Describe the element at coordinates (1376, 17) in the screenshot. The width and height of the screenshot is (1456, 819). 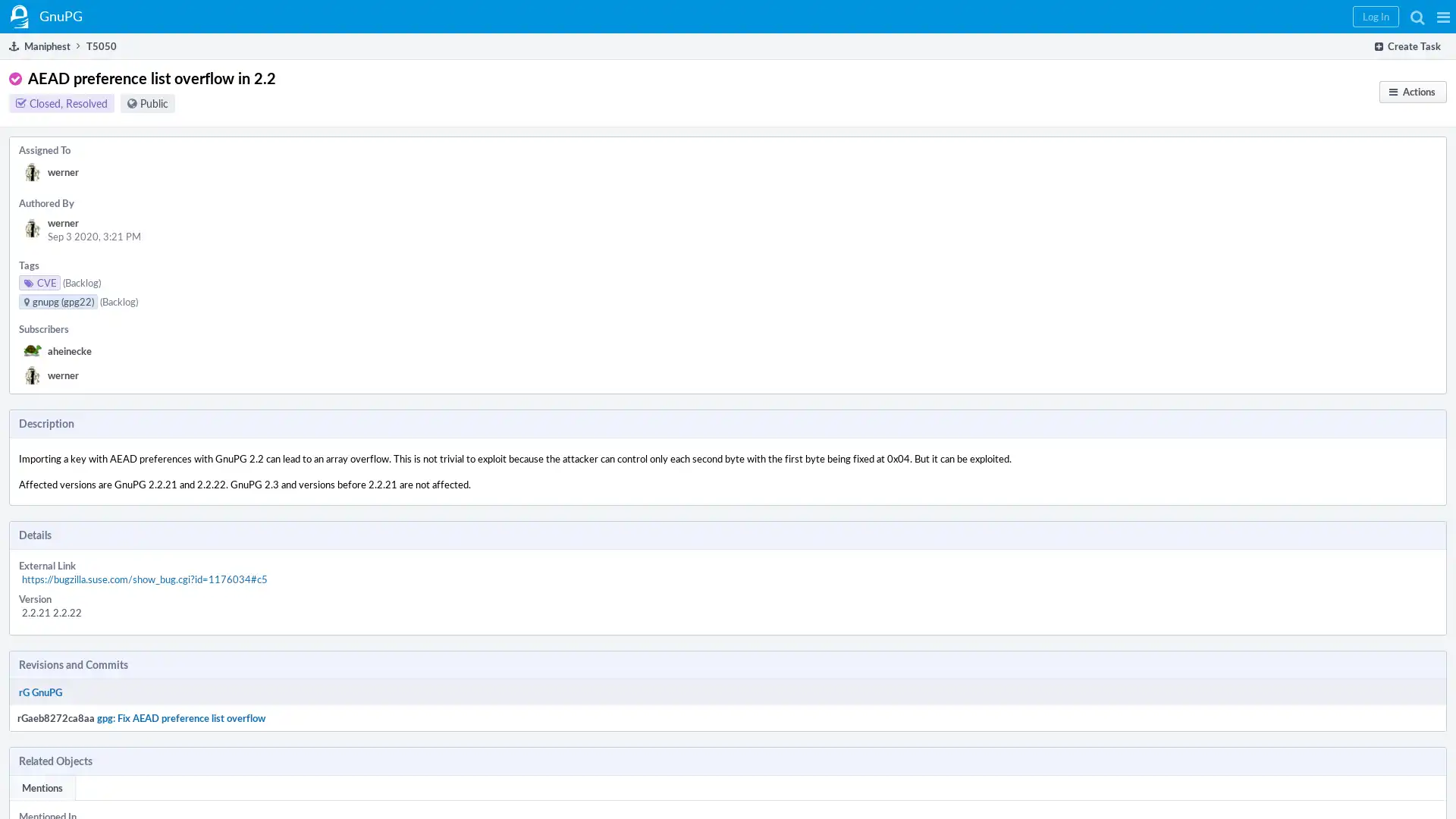
I see `Log In` at that location.